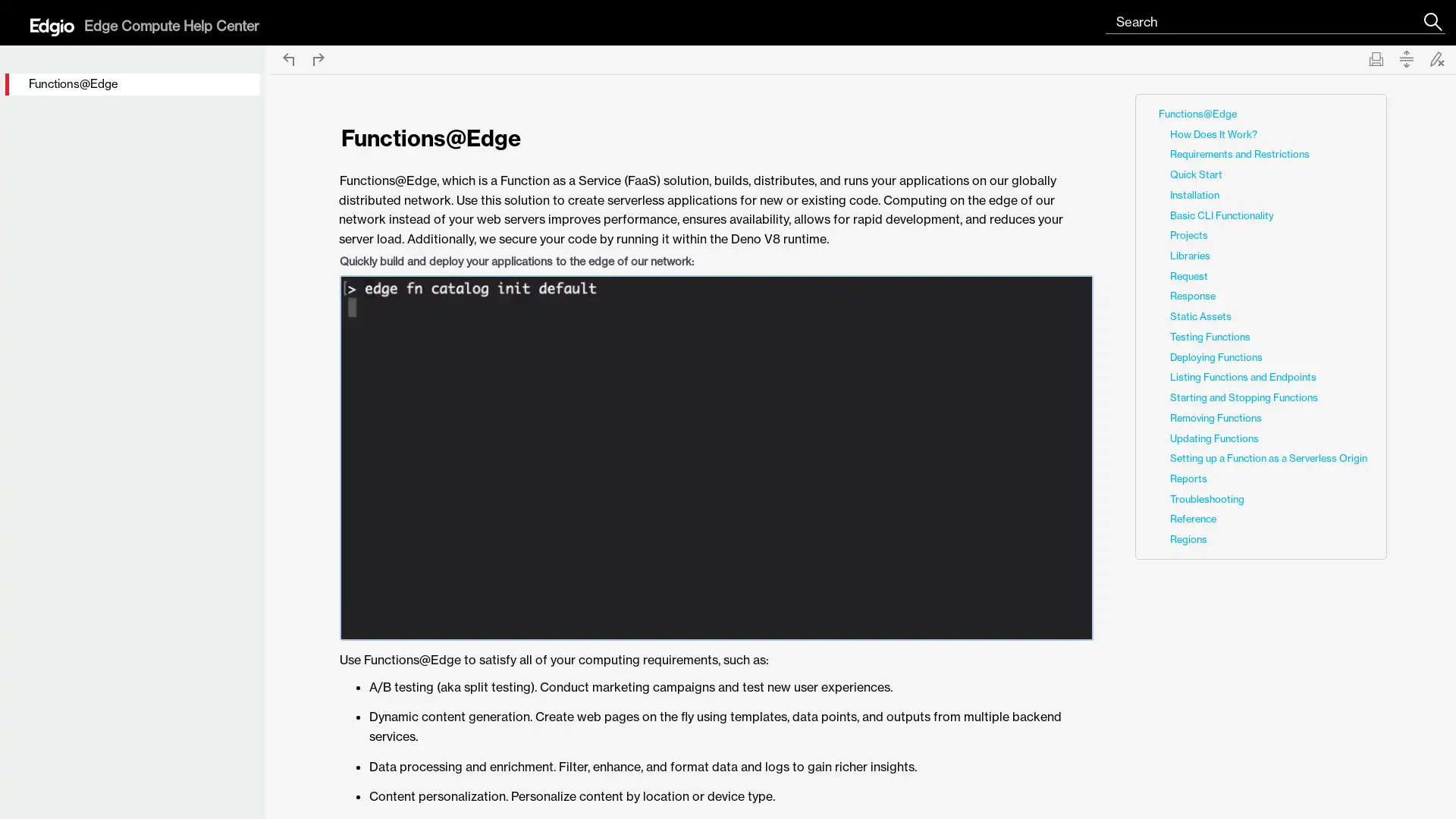  Describe the element at coordinates (1436, 58) in the screenshot. I see `remove highlight` at that location.